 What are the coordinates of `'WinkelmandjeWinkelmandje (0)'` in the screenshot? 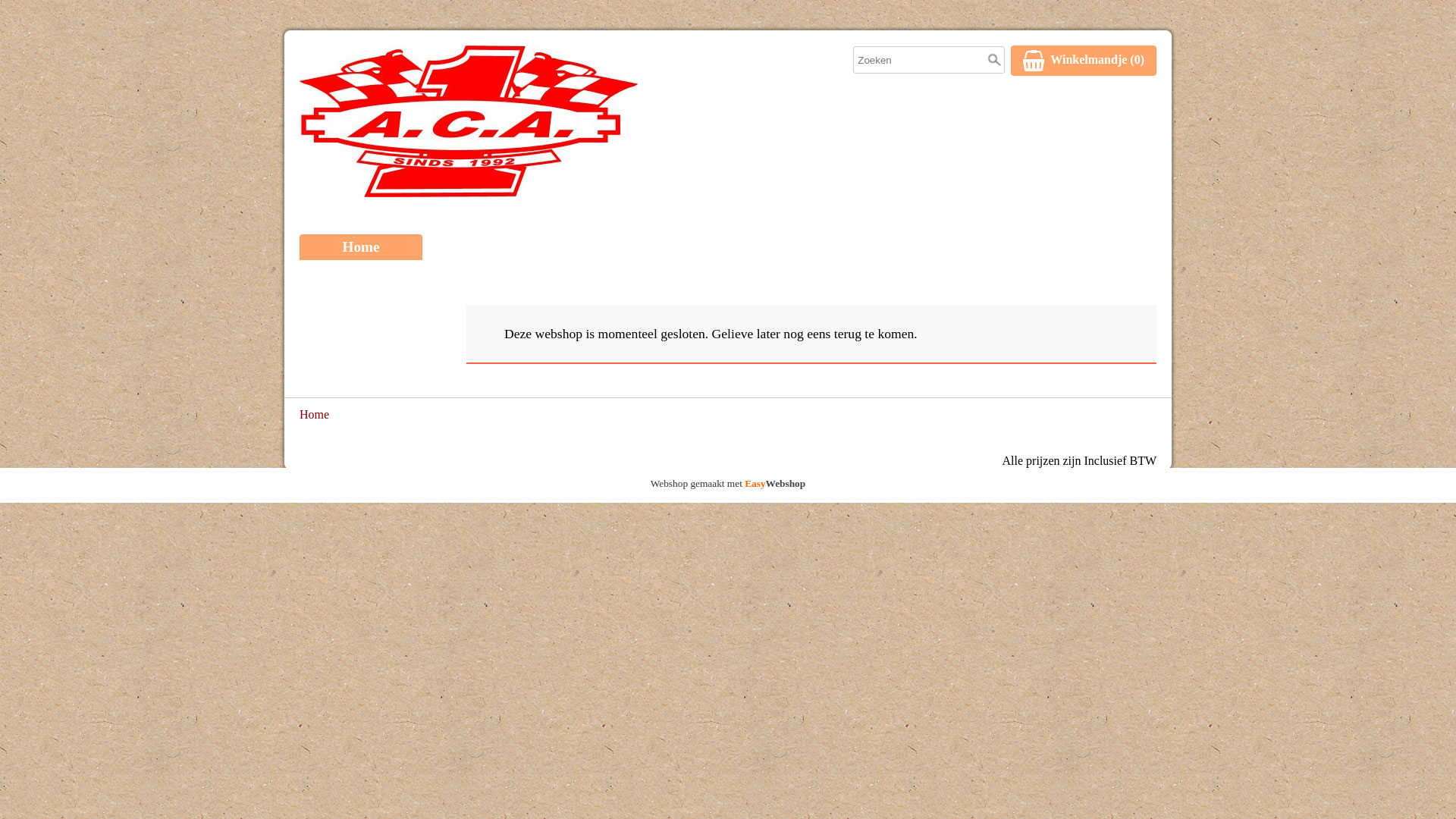 It's located at (1083, 60).